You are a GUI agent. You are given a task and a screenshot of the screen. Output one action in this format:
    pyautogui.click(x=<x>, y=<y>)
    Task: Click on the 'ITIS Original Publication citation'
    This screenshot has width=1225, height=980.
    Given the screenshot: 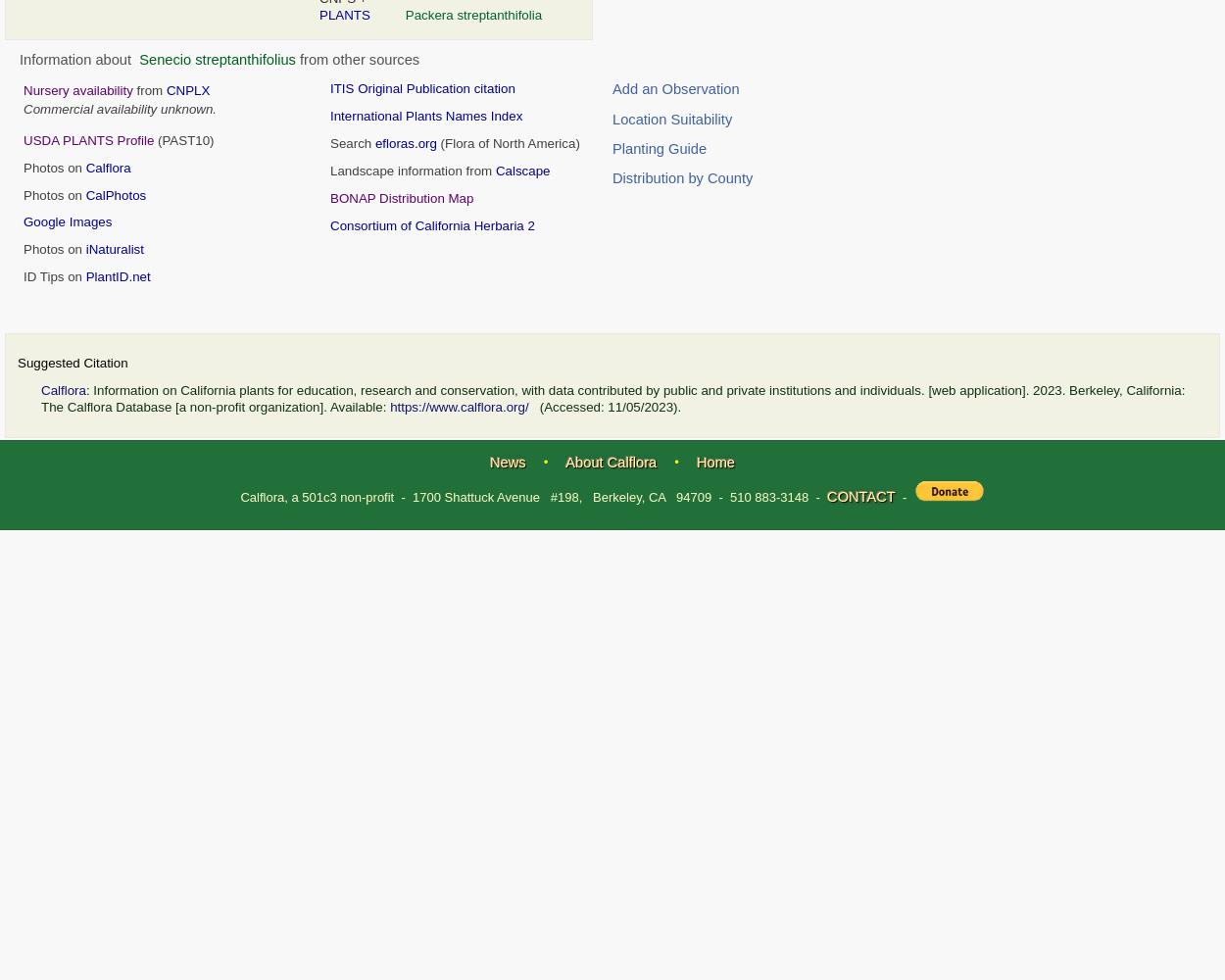 What is the action you would take?
    pyautogui.click(x=422, y=87)
    